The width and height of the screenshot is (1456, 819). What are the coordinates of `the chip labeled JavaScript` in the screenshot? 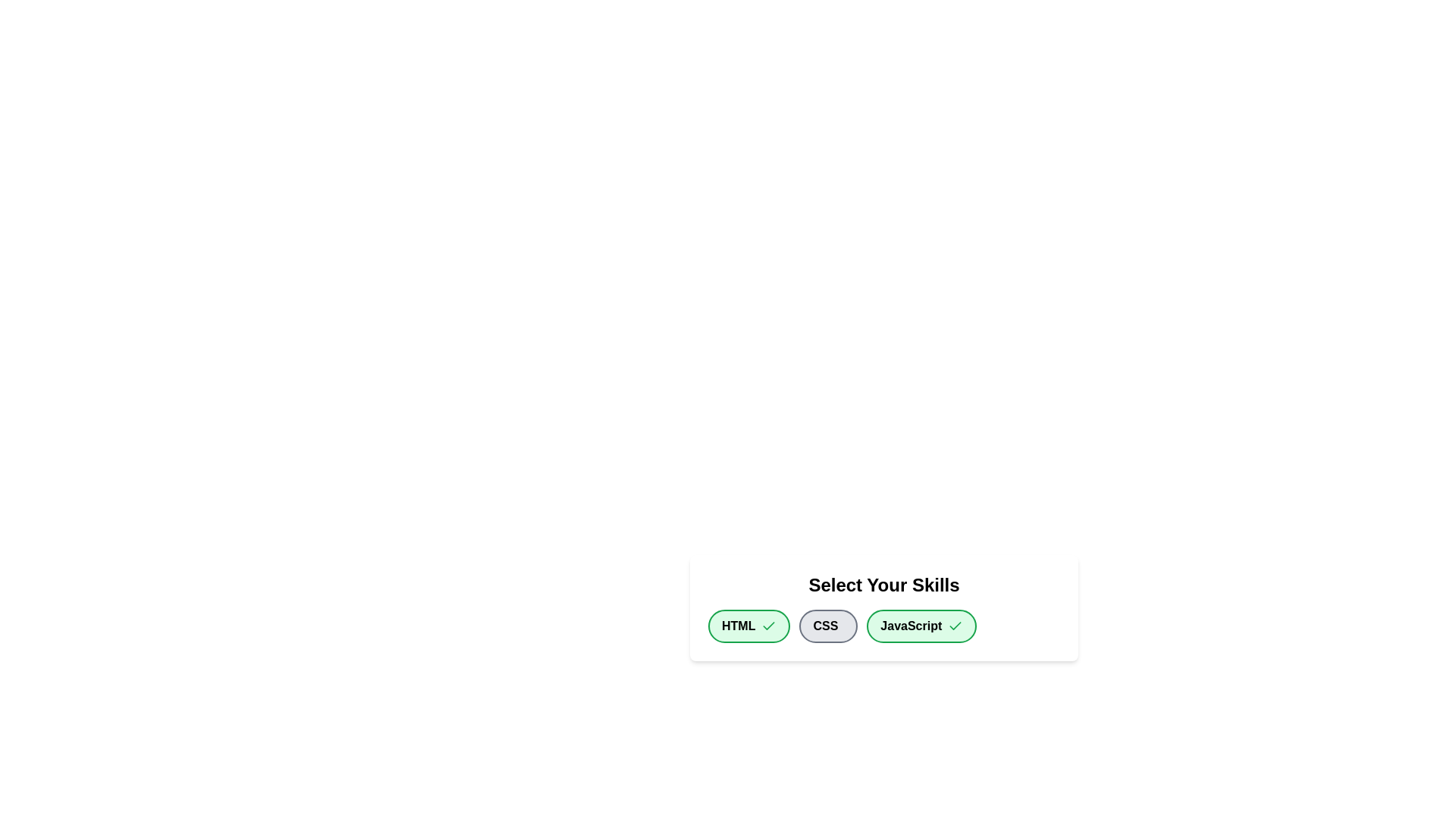 It's located at (920, 626).